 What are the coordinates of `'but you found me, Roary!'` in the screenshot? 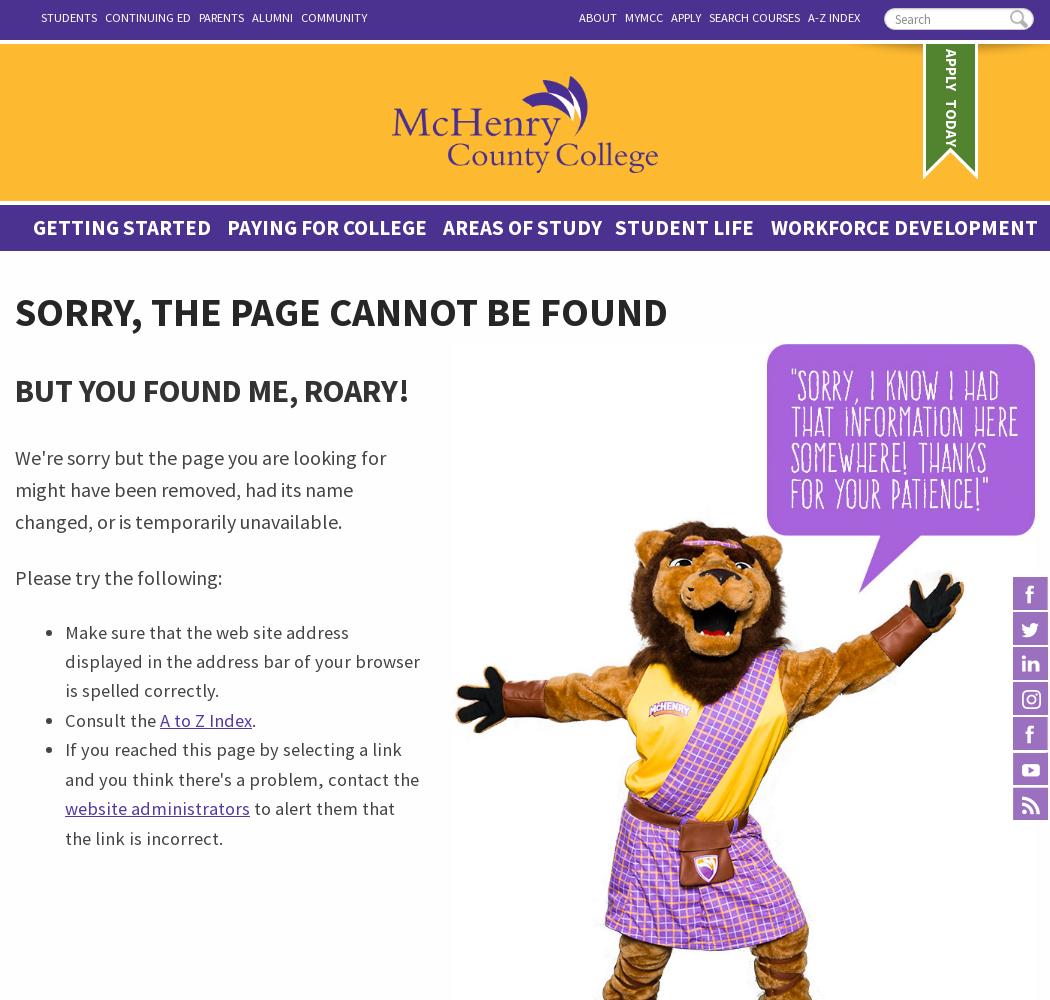 It's located at (211, 391).